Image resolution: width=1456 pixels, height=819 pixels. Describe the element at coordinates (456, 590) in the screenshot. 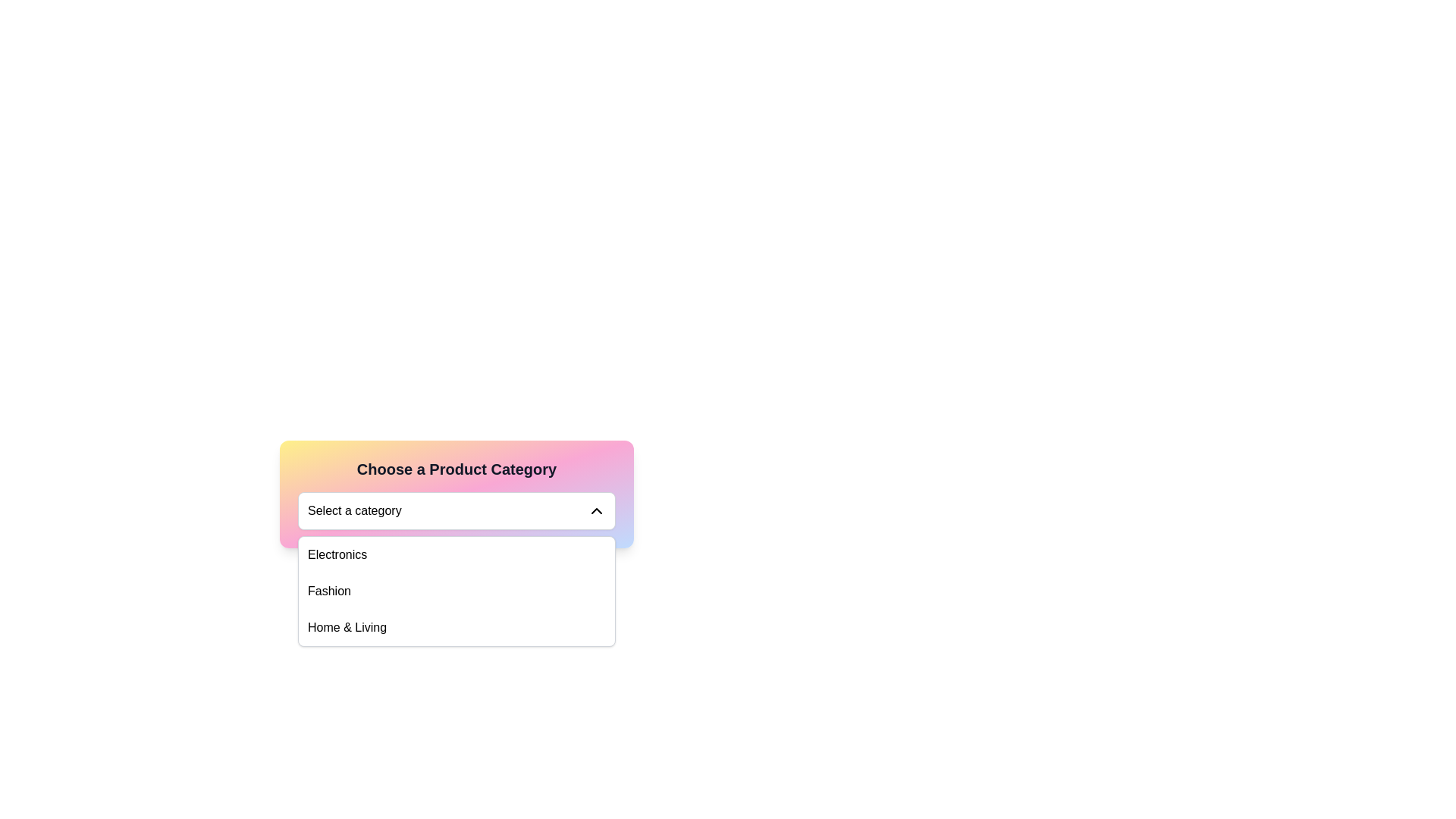

I see `to select the 'Fashion' category from the dropdown menu option, which is the second option under 'Choose a Product Category.'` at that location.